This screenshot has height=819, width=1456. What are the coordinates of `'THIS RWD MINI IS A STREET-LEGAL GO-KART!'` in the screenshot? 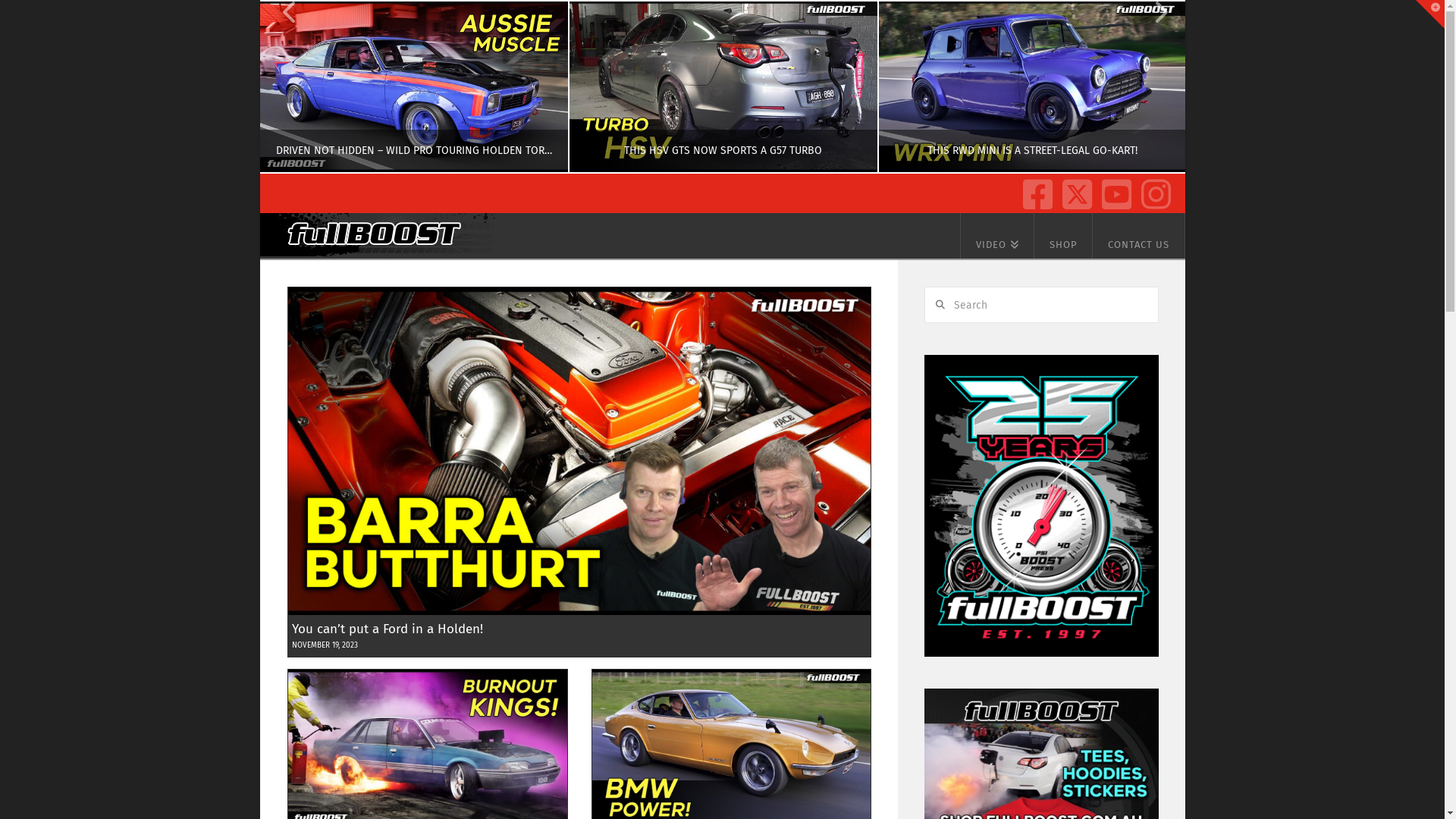 It's located at (1031, 86).